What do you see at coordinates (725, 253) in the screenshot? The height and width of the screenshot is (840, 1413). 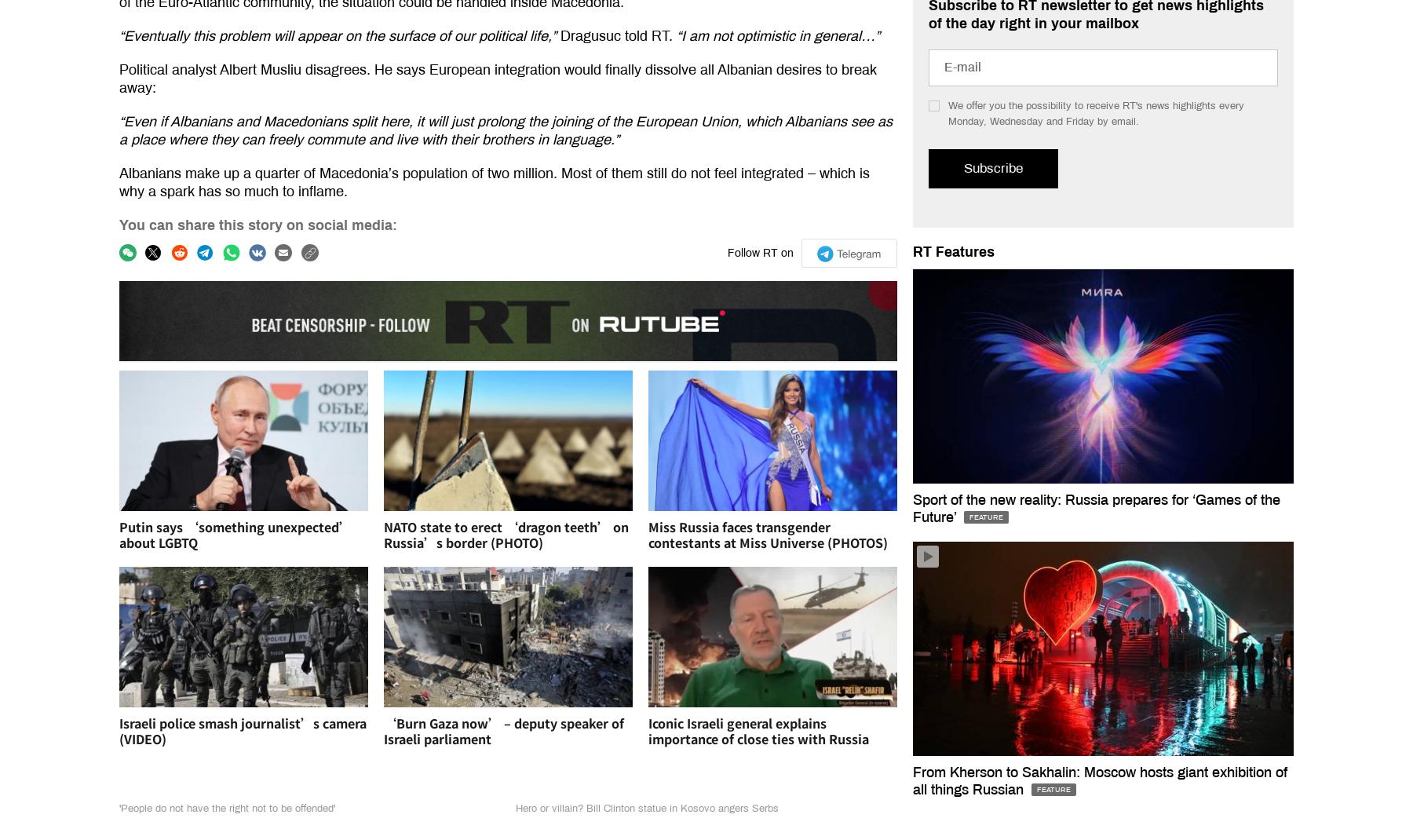 I see `'Follow RT on'` at bounding box center [725, 253].